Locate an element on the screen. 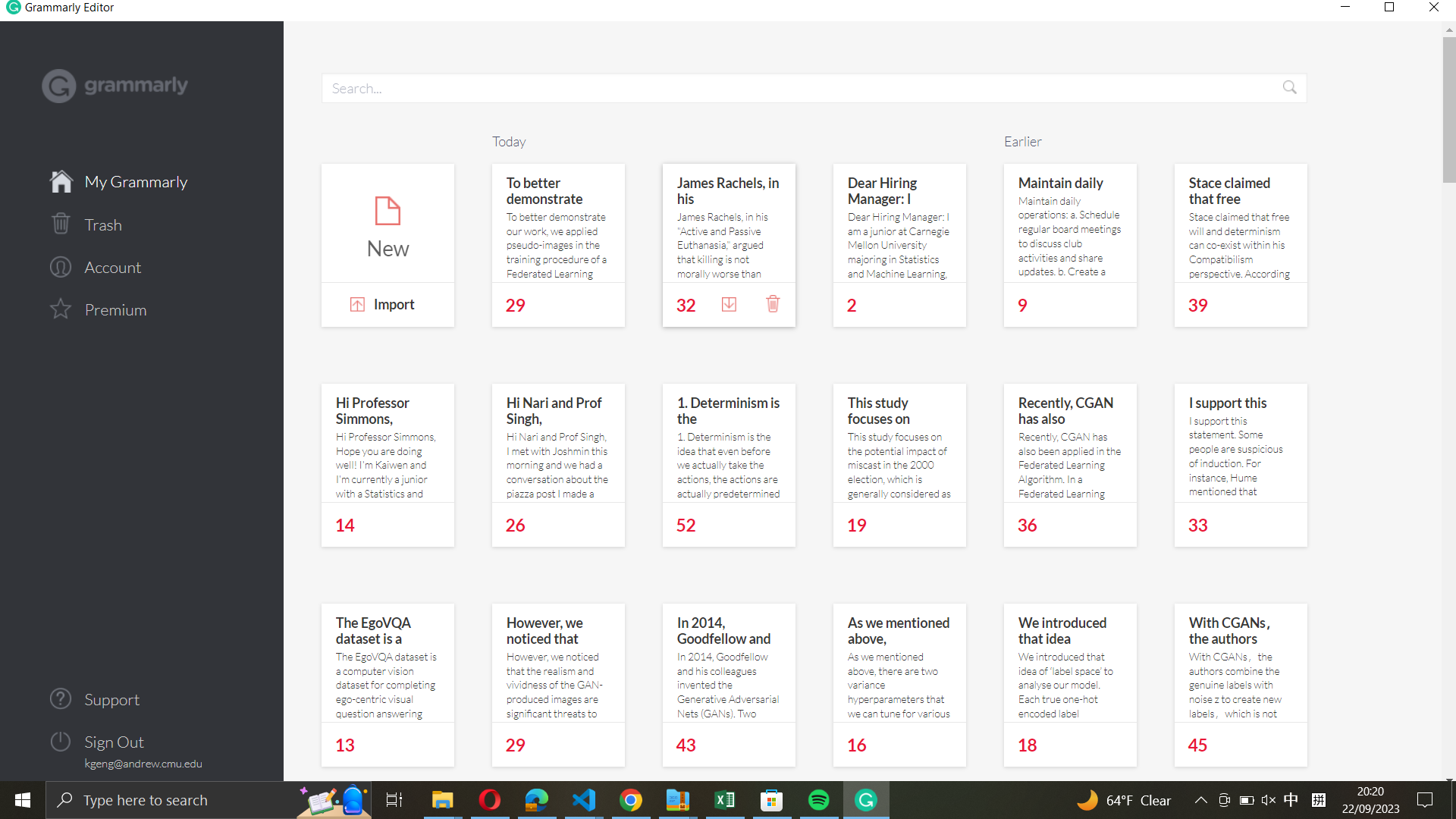  the document titled "Hi Nari and Prof Singh is located at coordinates (799, 87).